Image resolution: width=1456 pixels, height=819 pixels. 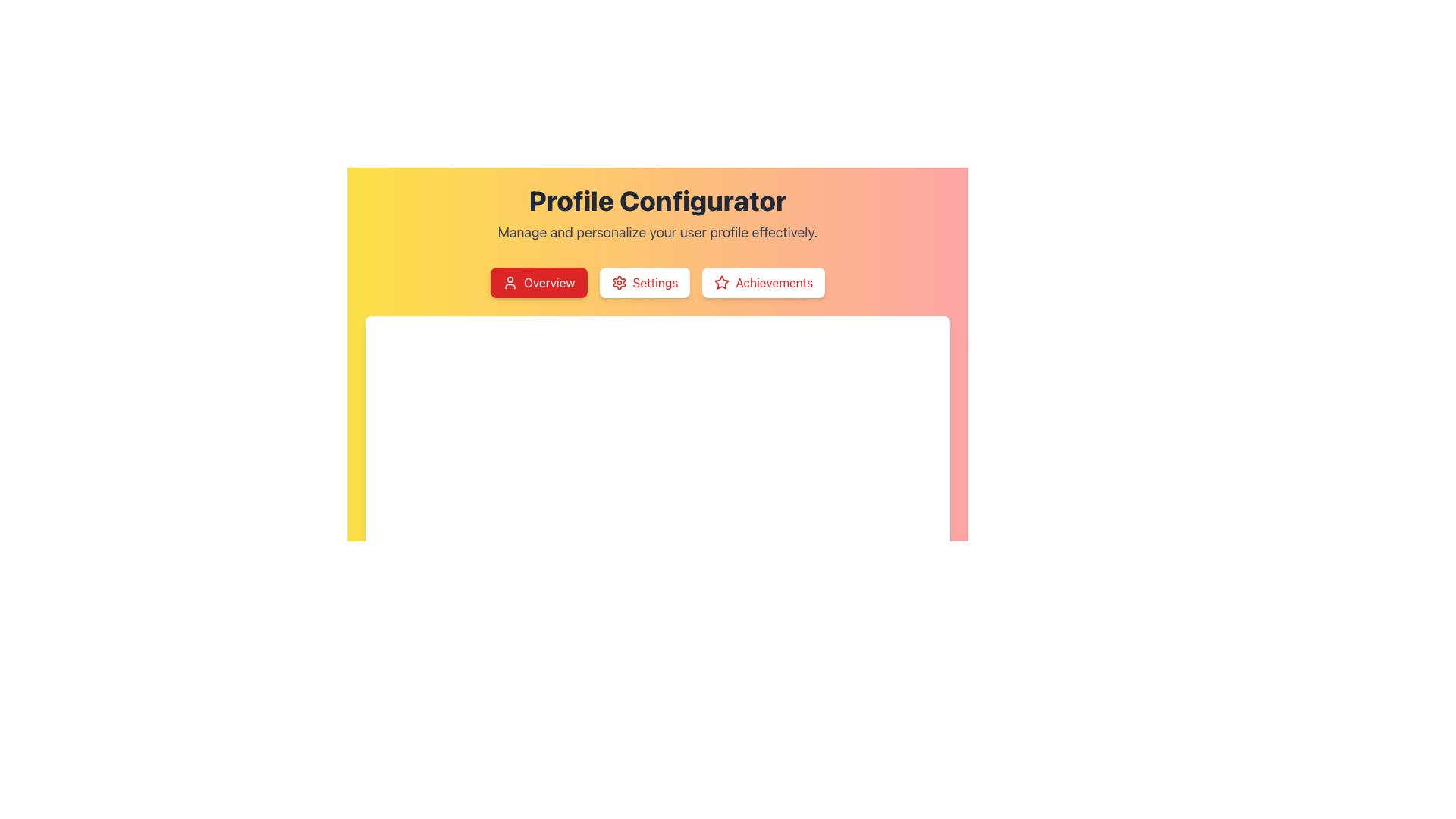 I want to click on the 'Settings' button, which is a rounded rectangular button with a white background and red text labeled 'Settings', featuring a gear icon on its left side, so click(x=645, y=283).